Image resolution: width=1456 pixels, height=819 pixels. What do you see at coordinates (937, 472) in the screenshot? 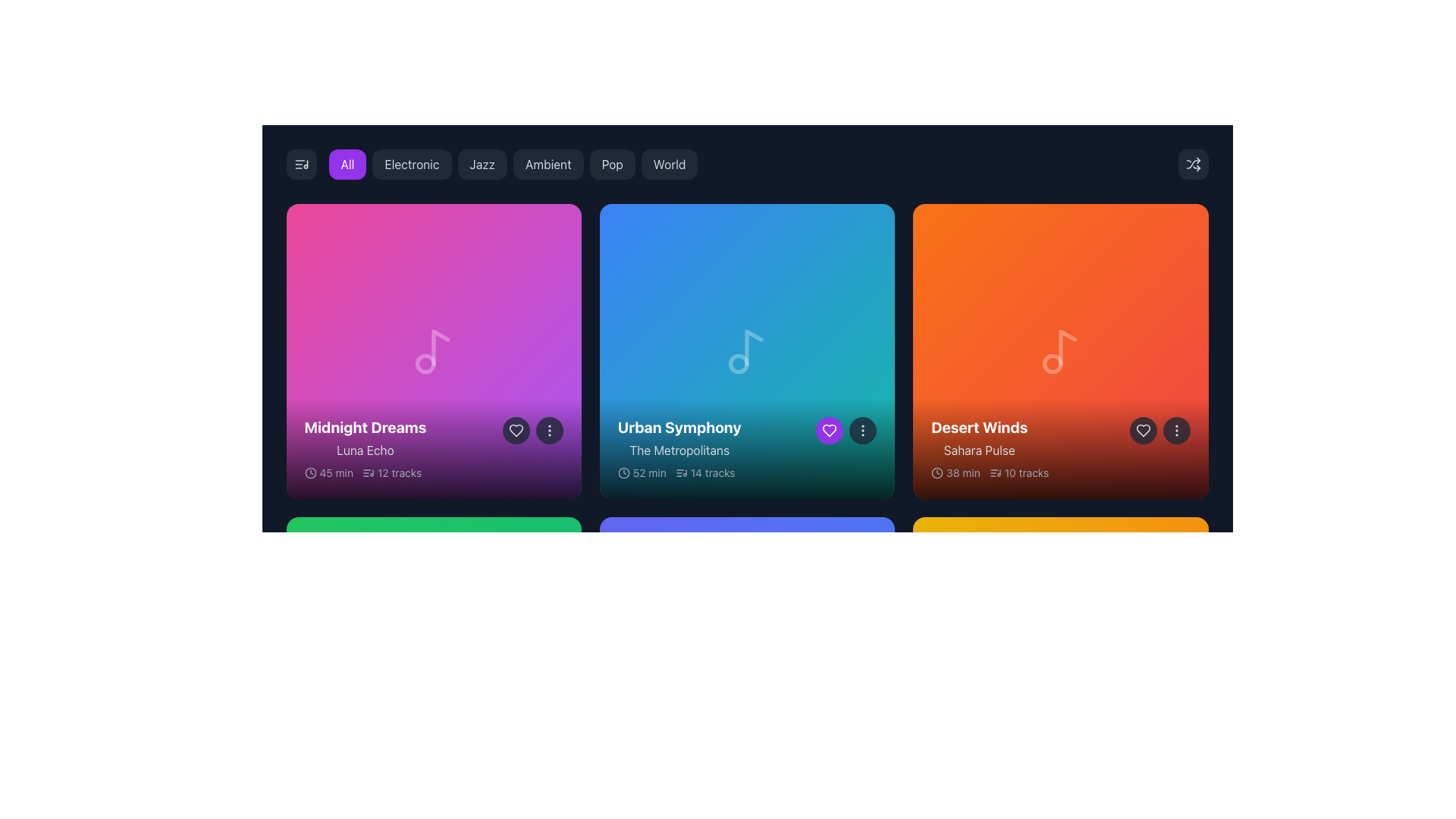
I see `the larger SVG circle that forms part of the clock icon in the bottom-left section of the 'Desert Winds' card` at bounding box center [937, 472].